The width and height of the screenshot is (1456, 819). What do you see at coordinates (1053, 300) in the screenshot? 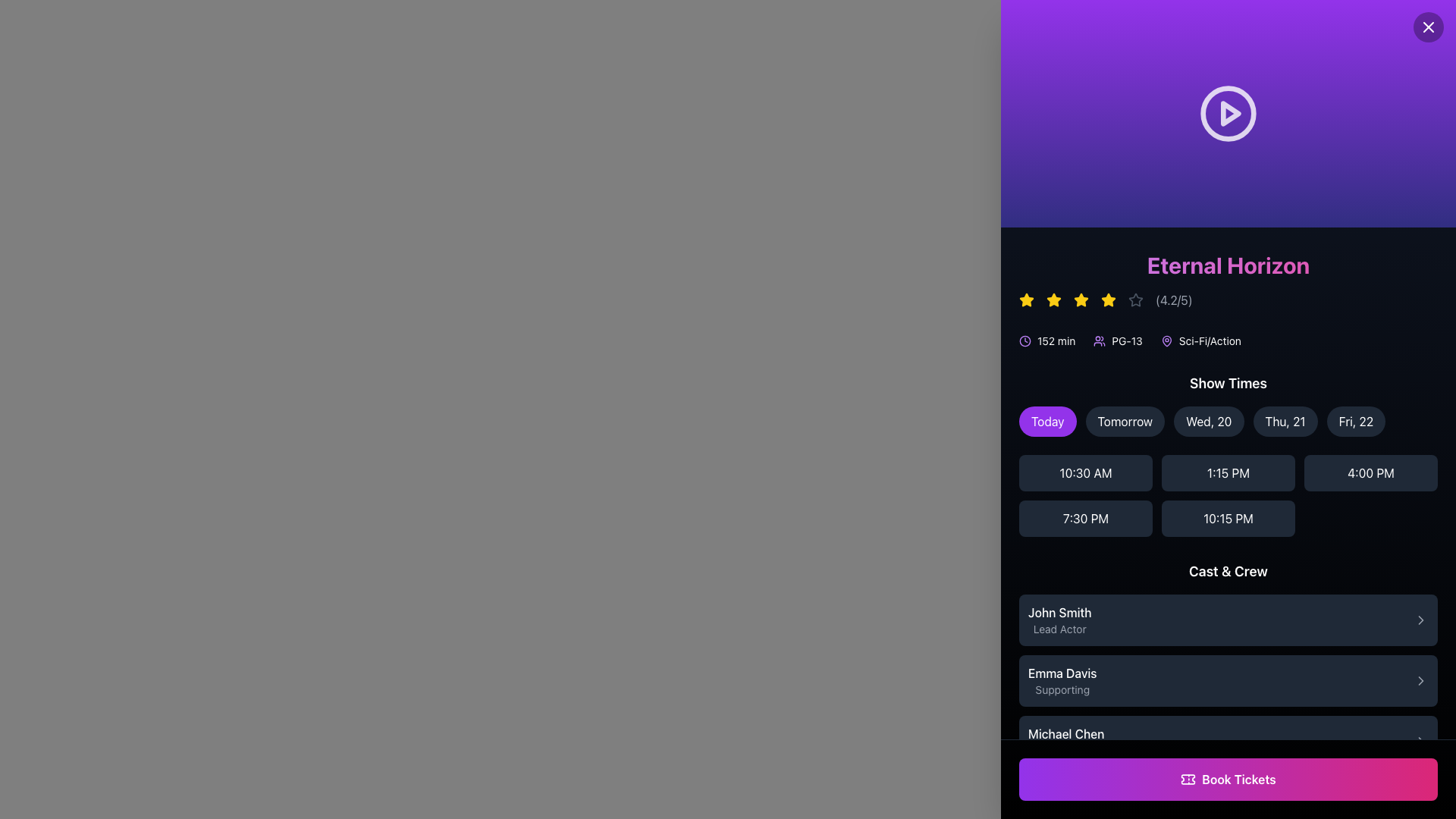
I see `the third yellow star icon in the rating component under the title 'Eternal Horizon'` at bounding box center [1053, 300].